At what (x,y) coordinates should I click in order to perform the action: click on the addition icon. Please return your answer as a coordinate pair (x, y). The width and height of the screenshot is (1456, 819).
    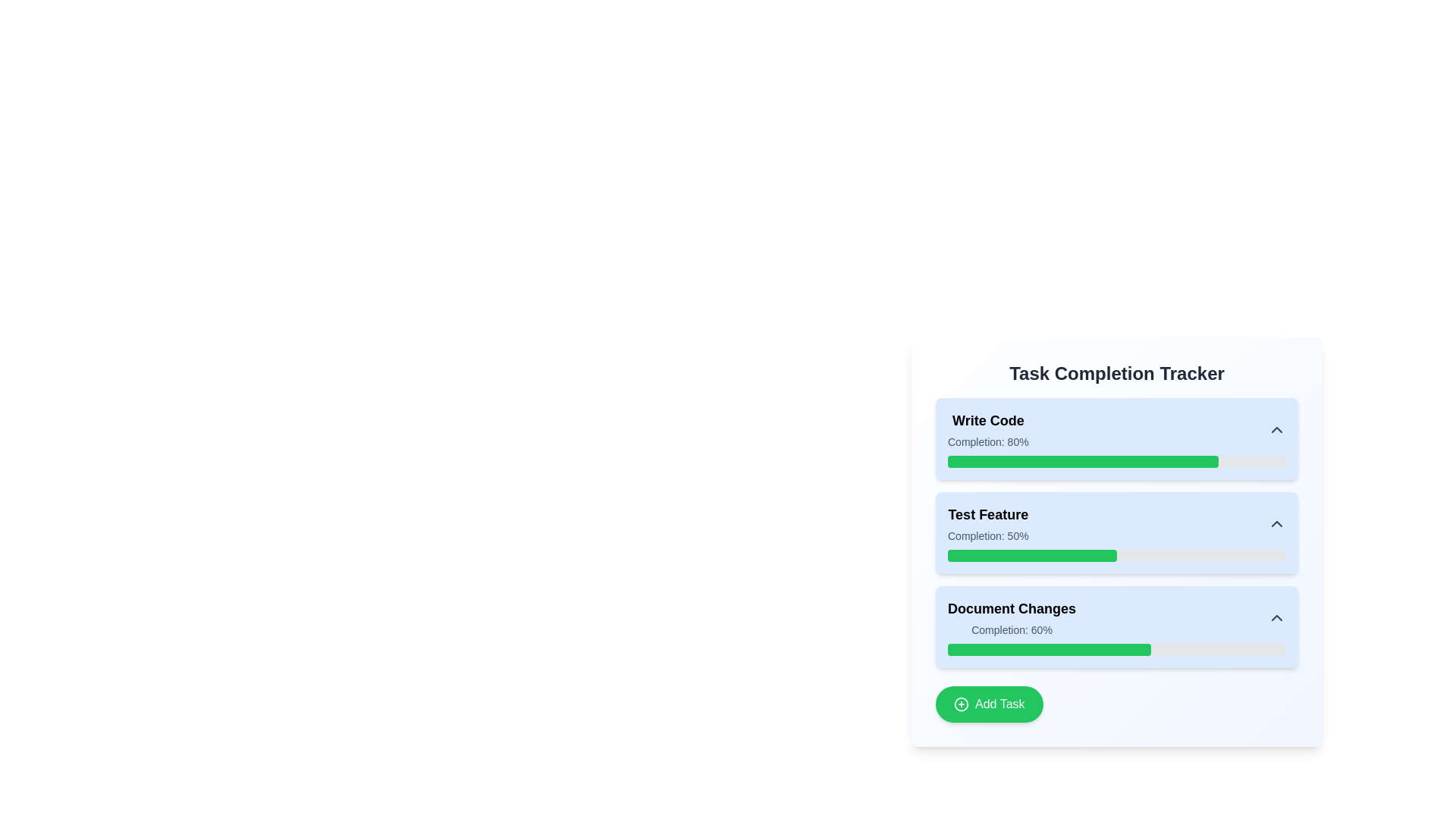
    Looking at the image, I should click on (960, 704).